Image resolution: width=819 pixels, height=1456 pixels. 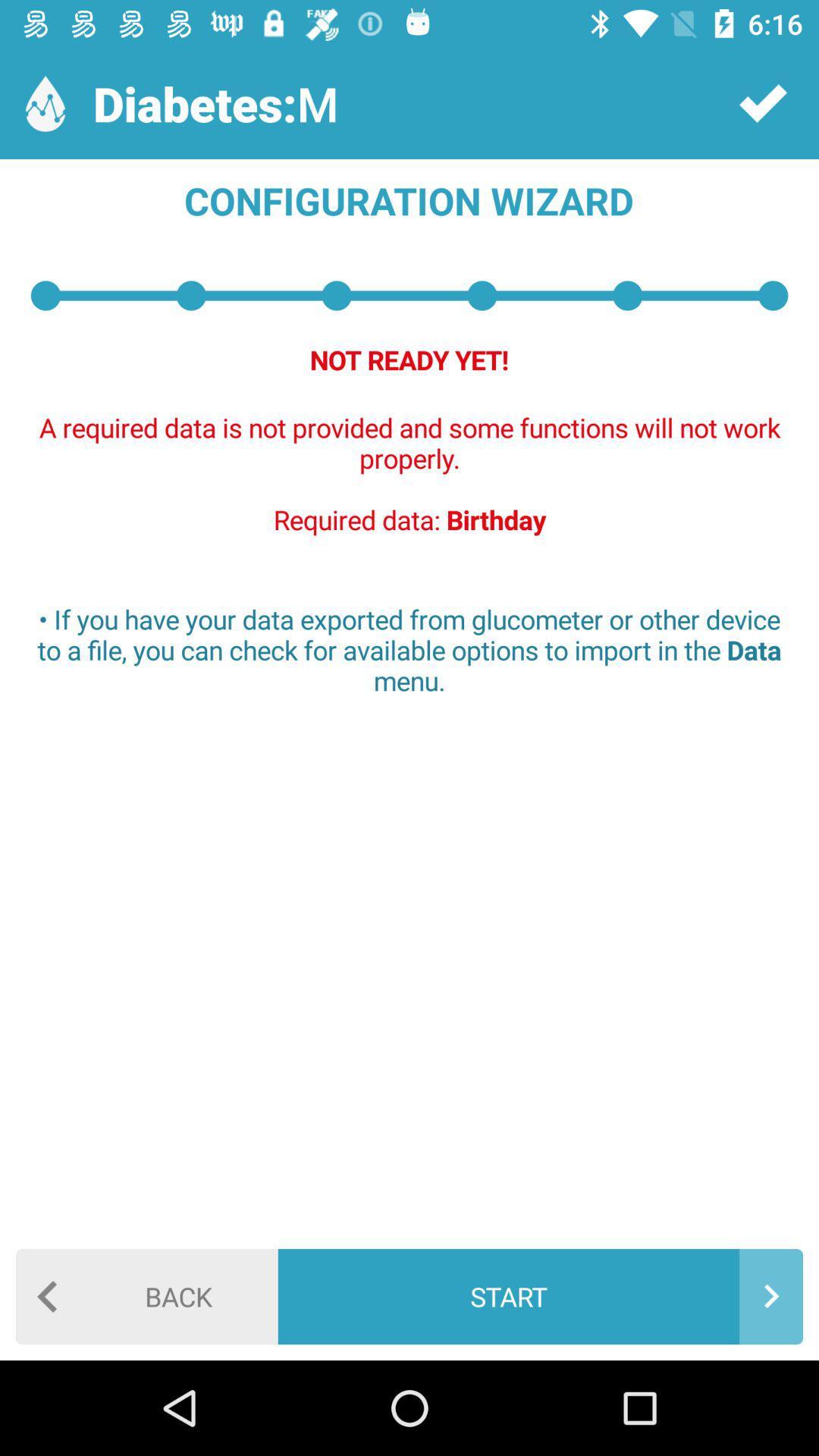 I want to click on icon at the bottom left corner, so click(x=146, y=1295).